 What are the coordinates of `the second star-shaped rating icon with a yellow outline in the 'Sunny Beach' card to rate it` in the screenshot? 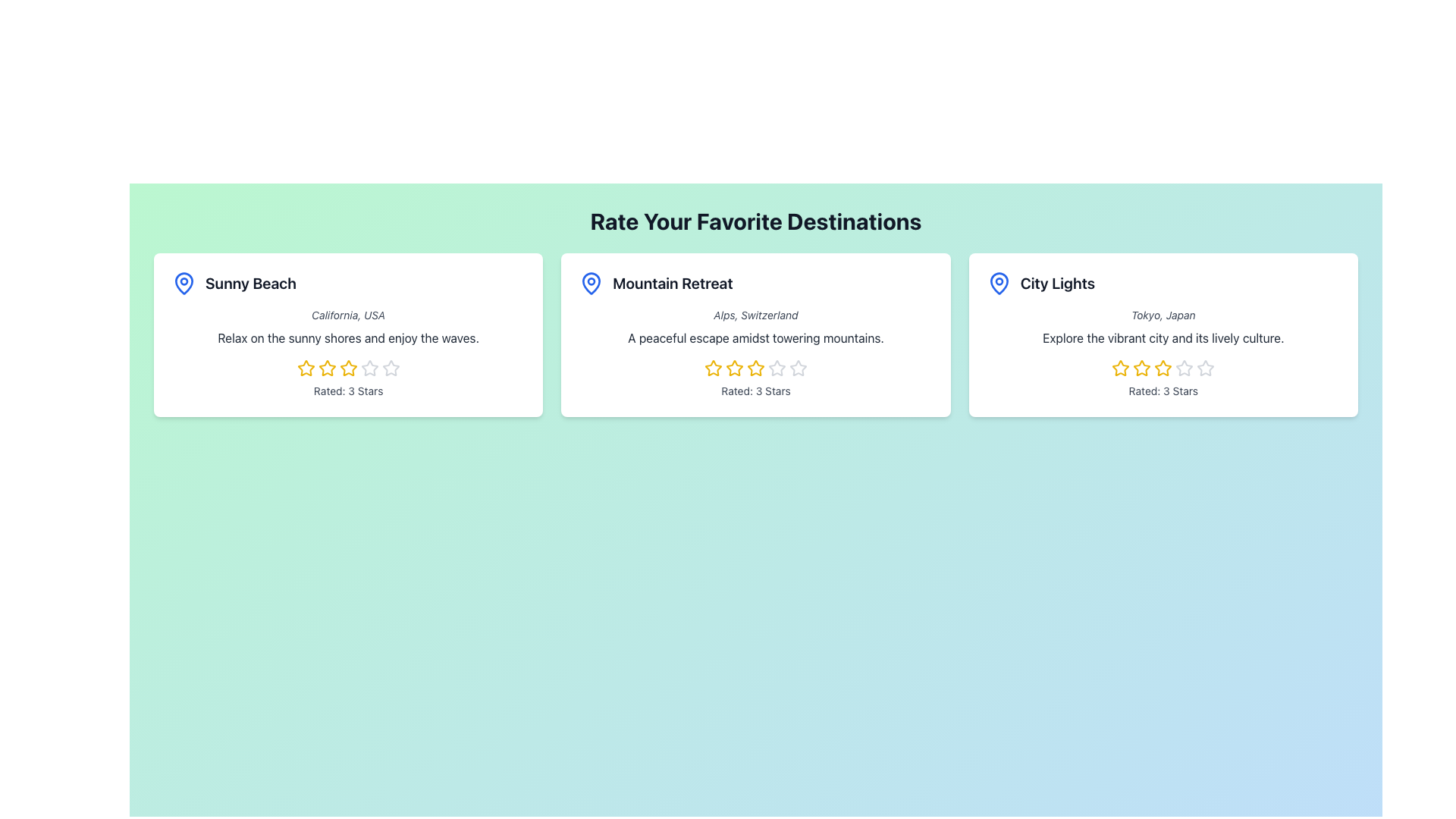 It's located at (305, 369).